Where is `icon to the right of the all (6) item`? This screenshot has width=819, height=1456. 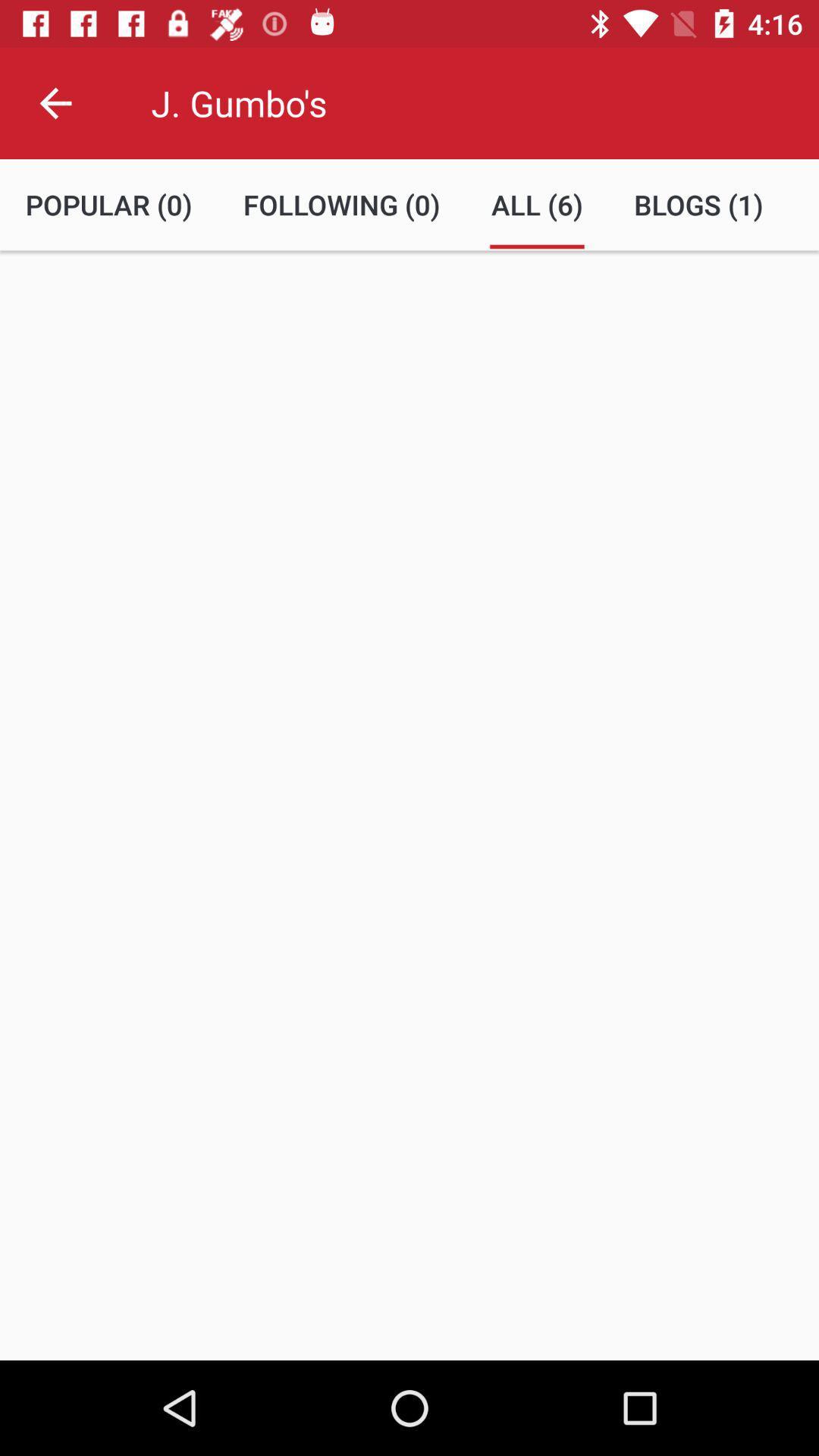 icon to the right of the all (6) item is located at coordinates (698, 204).